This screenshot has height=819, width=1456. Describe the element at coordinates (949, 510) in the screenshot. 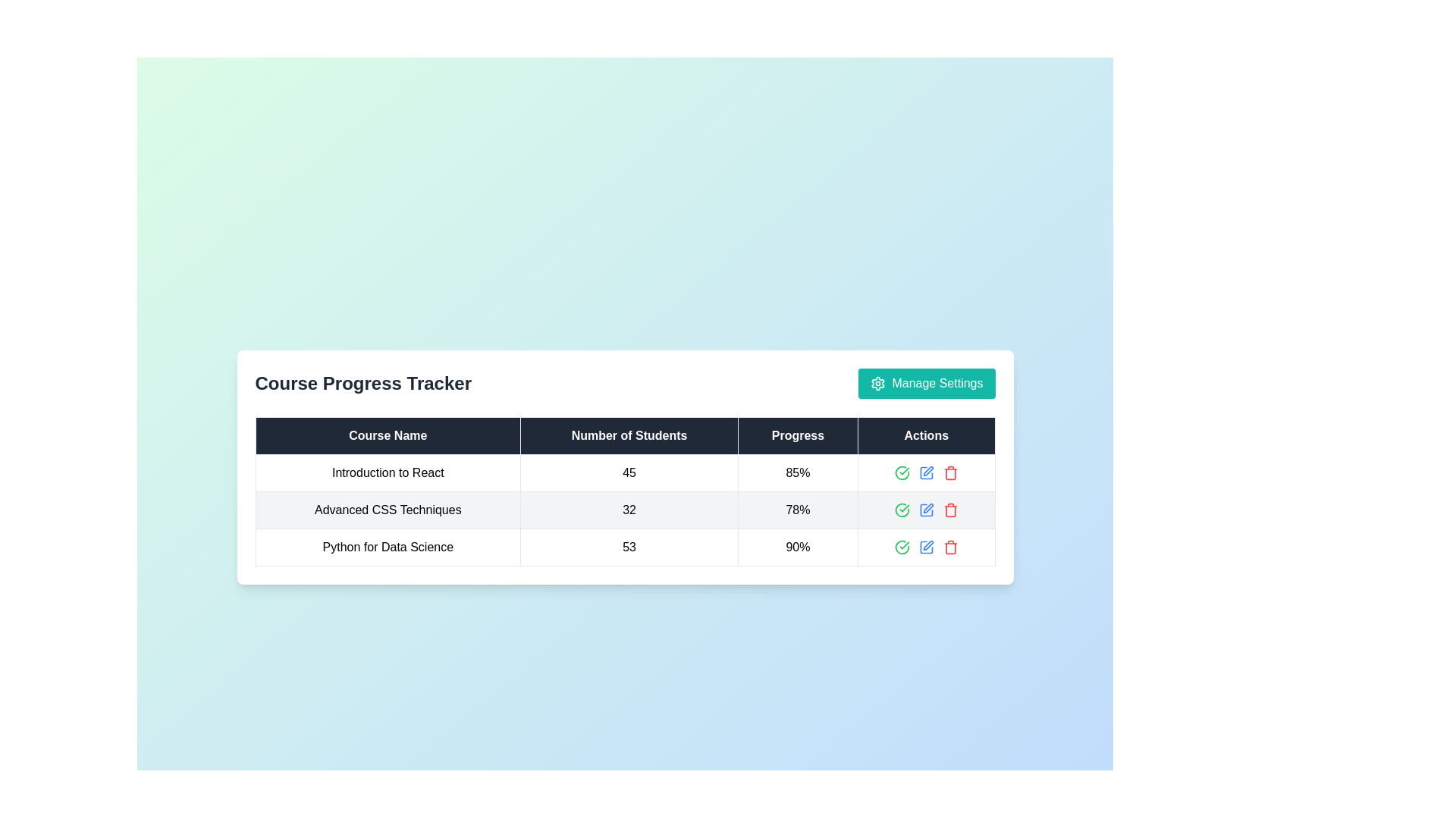

I see `the red trash bin icon, which signifies a delete option, located in the action column of the second row in the table` at that location.